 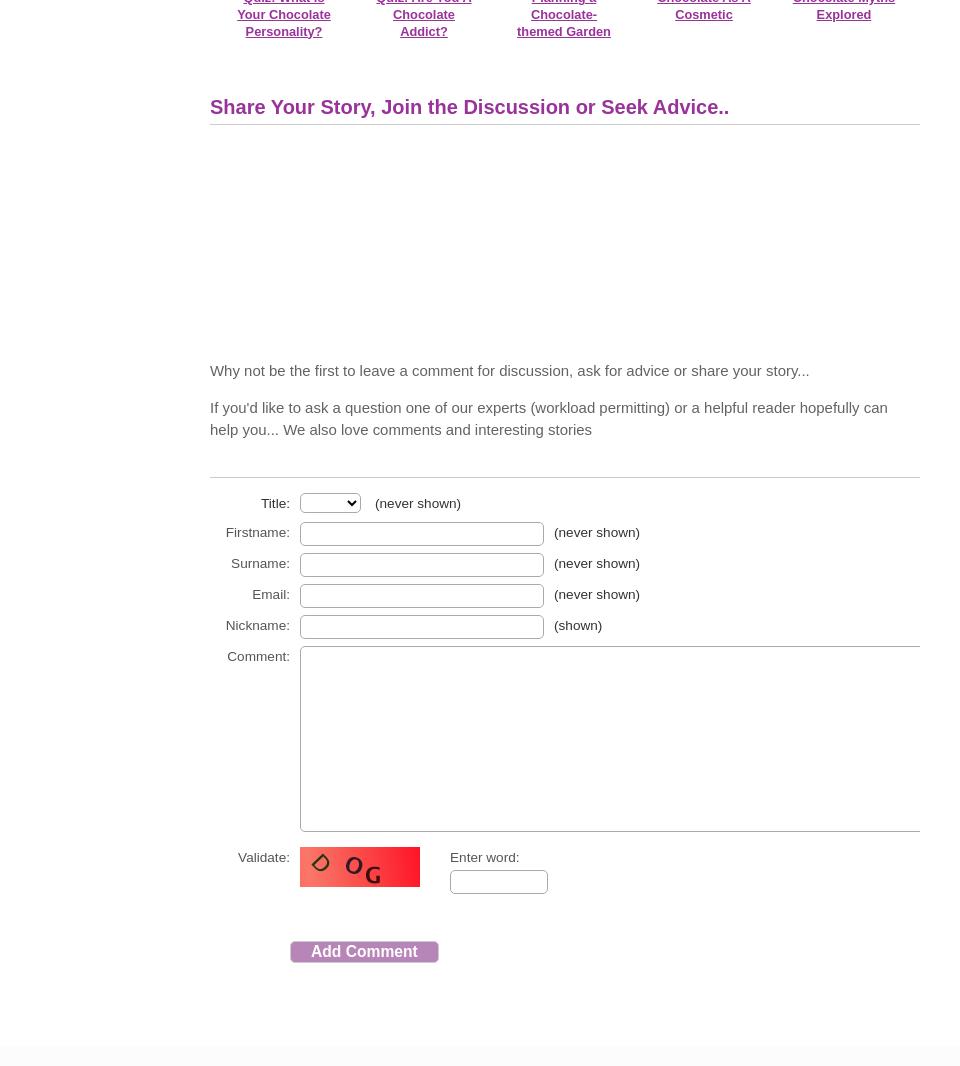 What do you see at coordinates (210, 106) in the screenshot?
I see `'Share Your Story, Join the Discussion or Seek Advice..'` at bounding box center [210, 106].